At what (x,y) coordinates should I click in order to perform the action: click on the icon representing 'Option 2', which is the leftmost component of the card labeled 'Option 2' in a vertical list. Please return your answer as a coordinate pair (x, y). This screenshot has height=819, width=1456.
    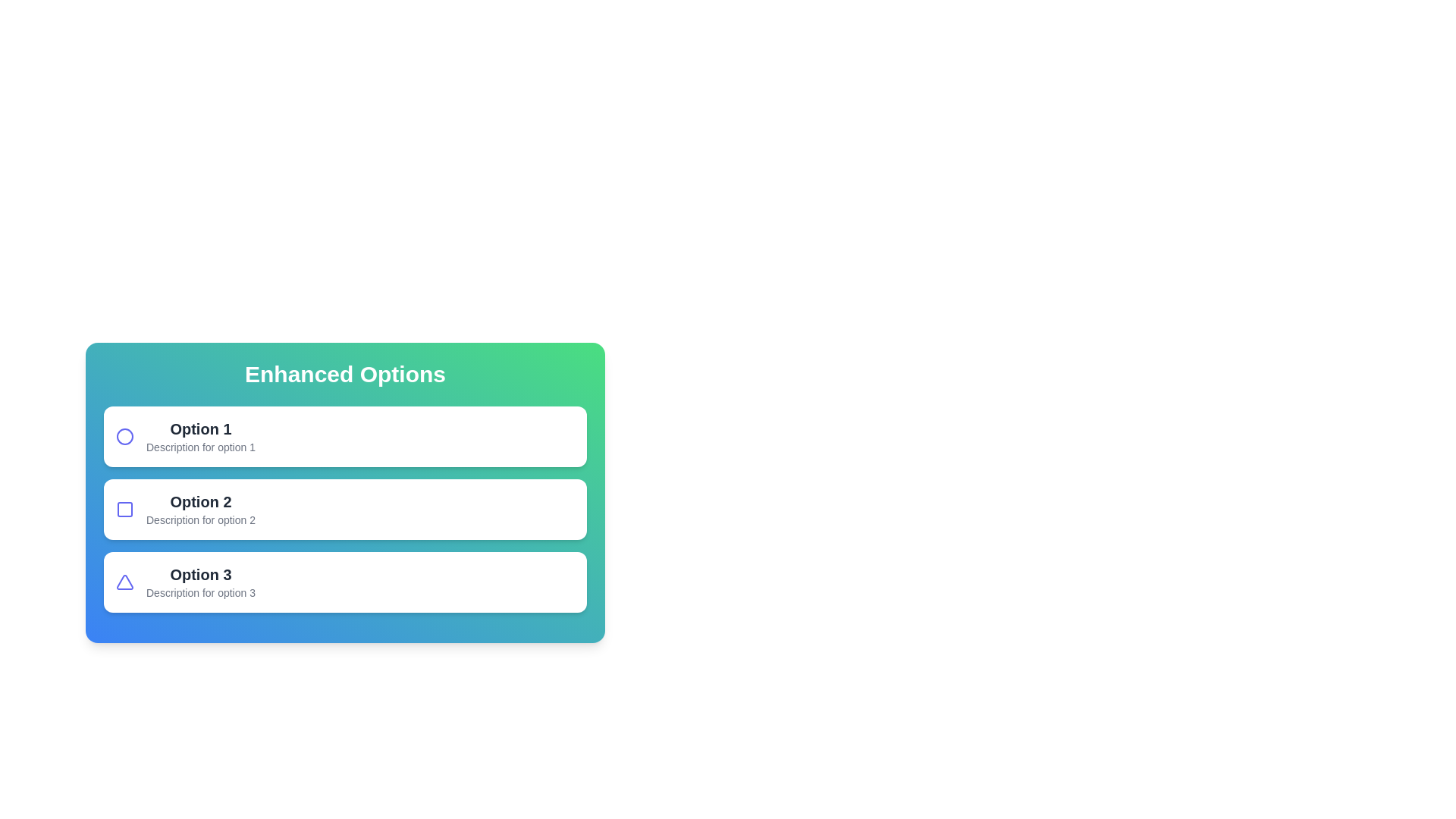
    Looking at the image, I should click on (124, 509).